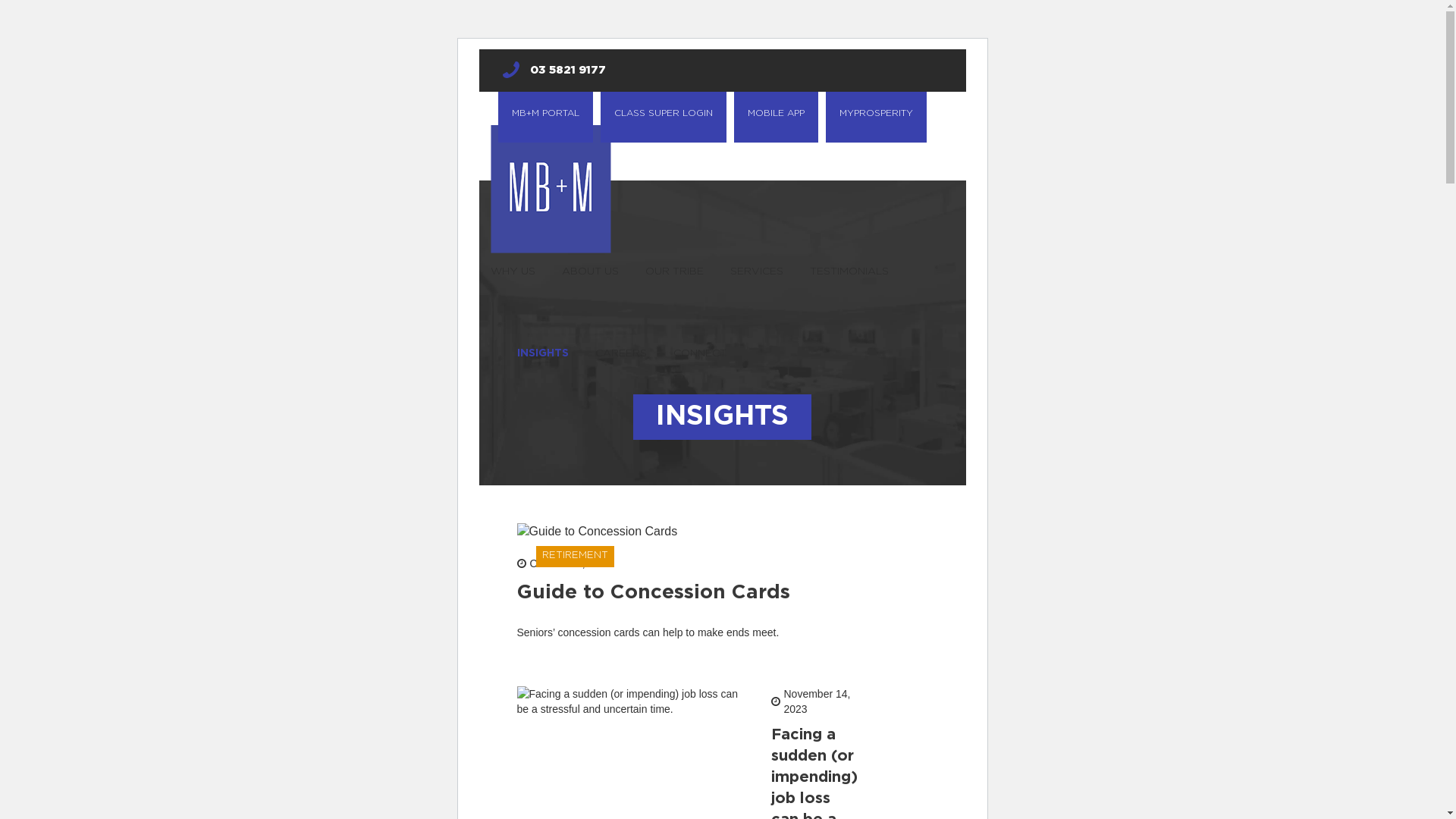 The width and height of the screenshot is (1456, 819). I want to click on 'ABOUT US', so click(588, 271).